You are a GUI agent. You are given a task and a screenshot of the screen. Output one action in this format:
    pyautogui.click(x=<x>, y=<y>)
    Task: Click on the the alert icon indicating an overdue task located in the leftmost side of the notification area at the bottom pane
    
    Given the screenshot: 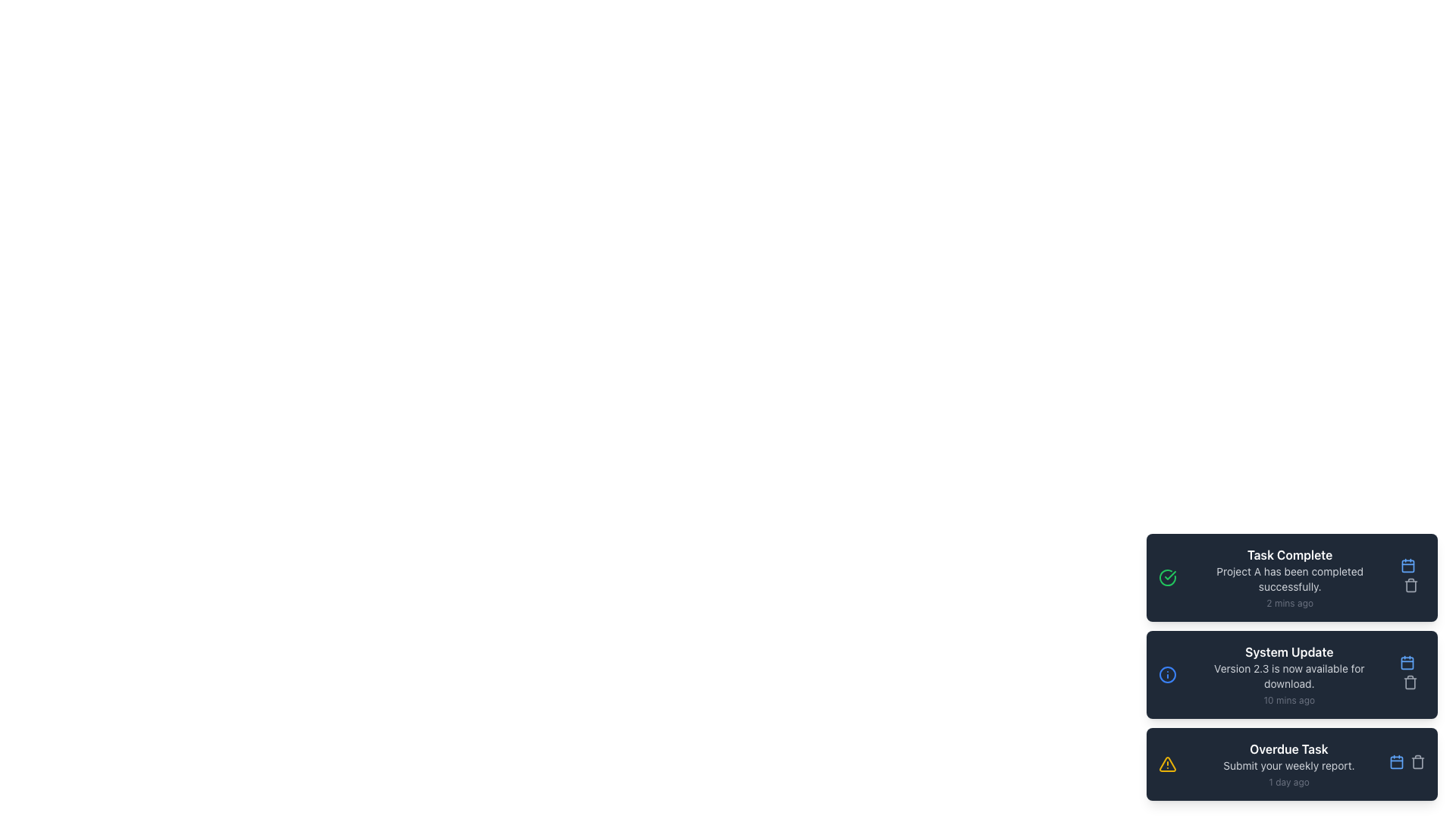 What is the action you would take?
    pyautogui.click(x=1167, y=764)
    